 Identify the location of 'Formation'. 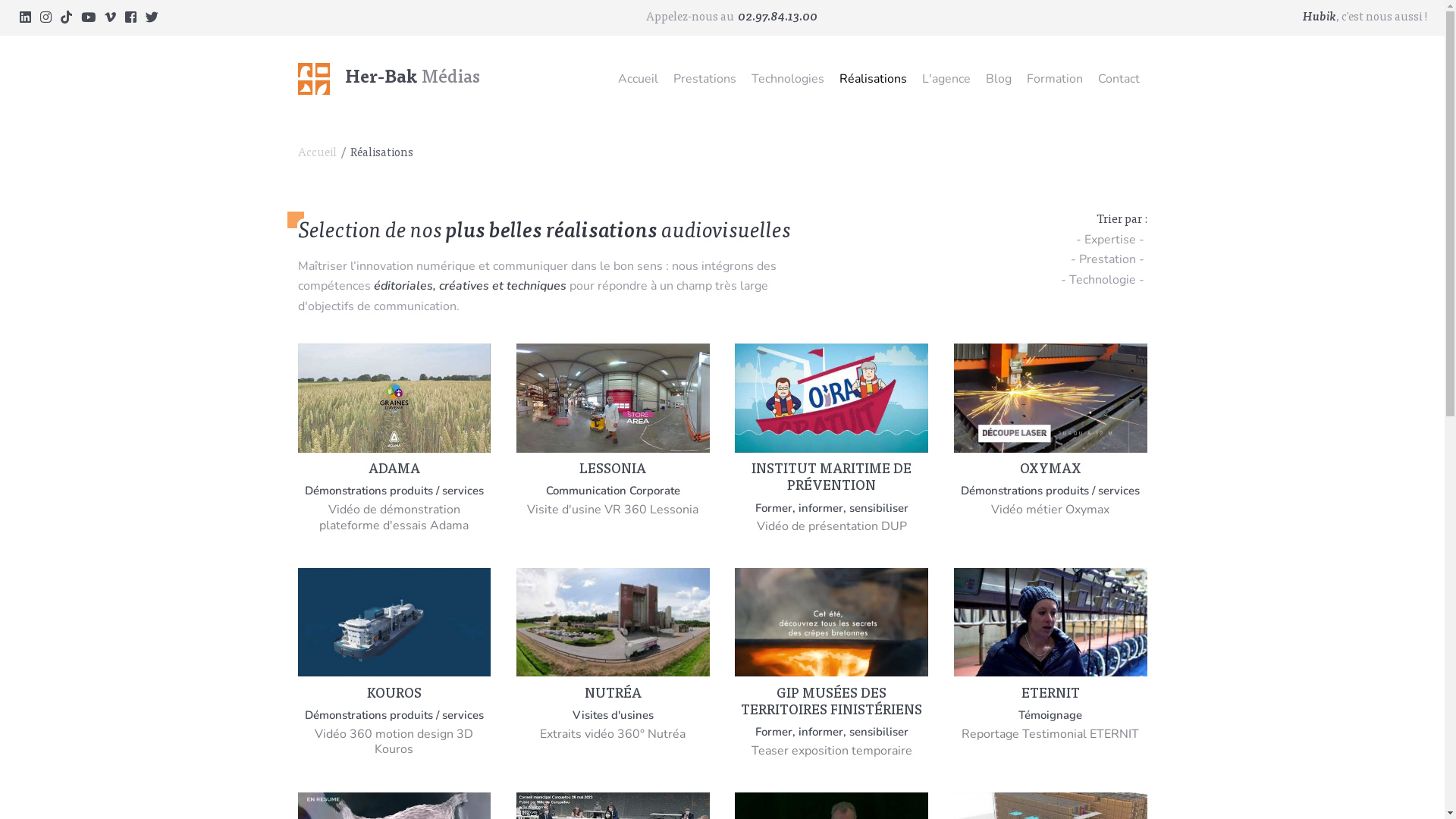
(1054, 79).